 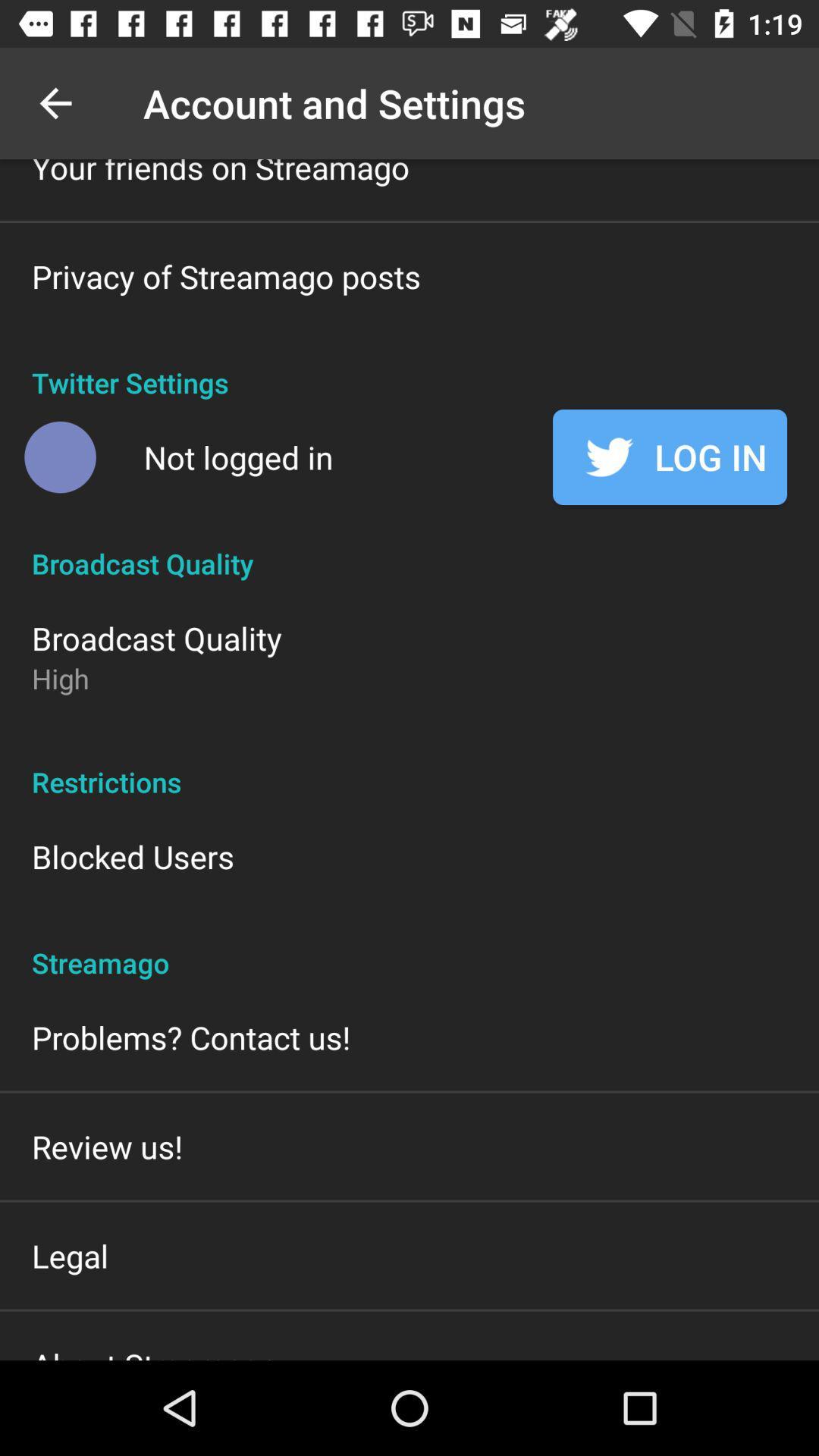 I want to click on icon next to not logged in icon, so click(x=59, y=457).